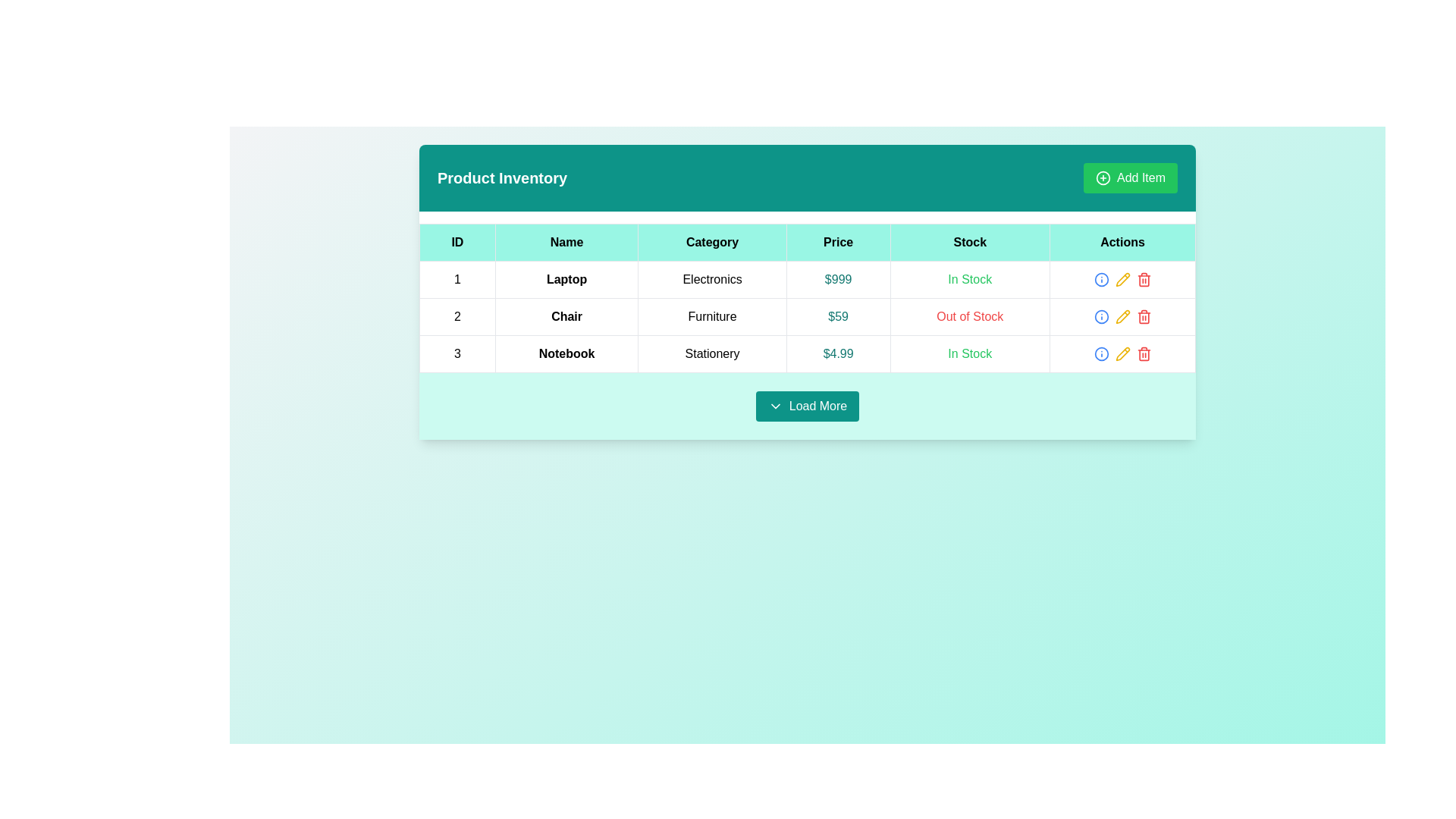 The height and width of the screenshot is (819, 1456). Describe the element at coordinates (1144, 315) in the screenshot. I see `the red trash bin icon button` at that location.